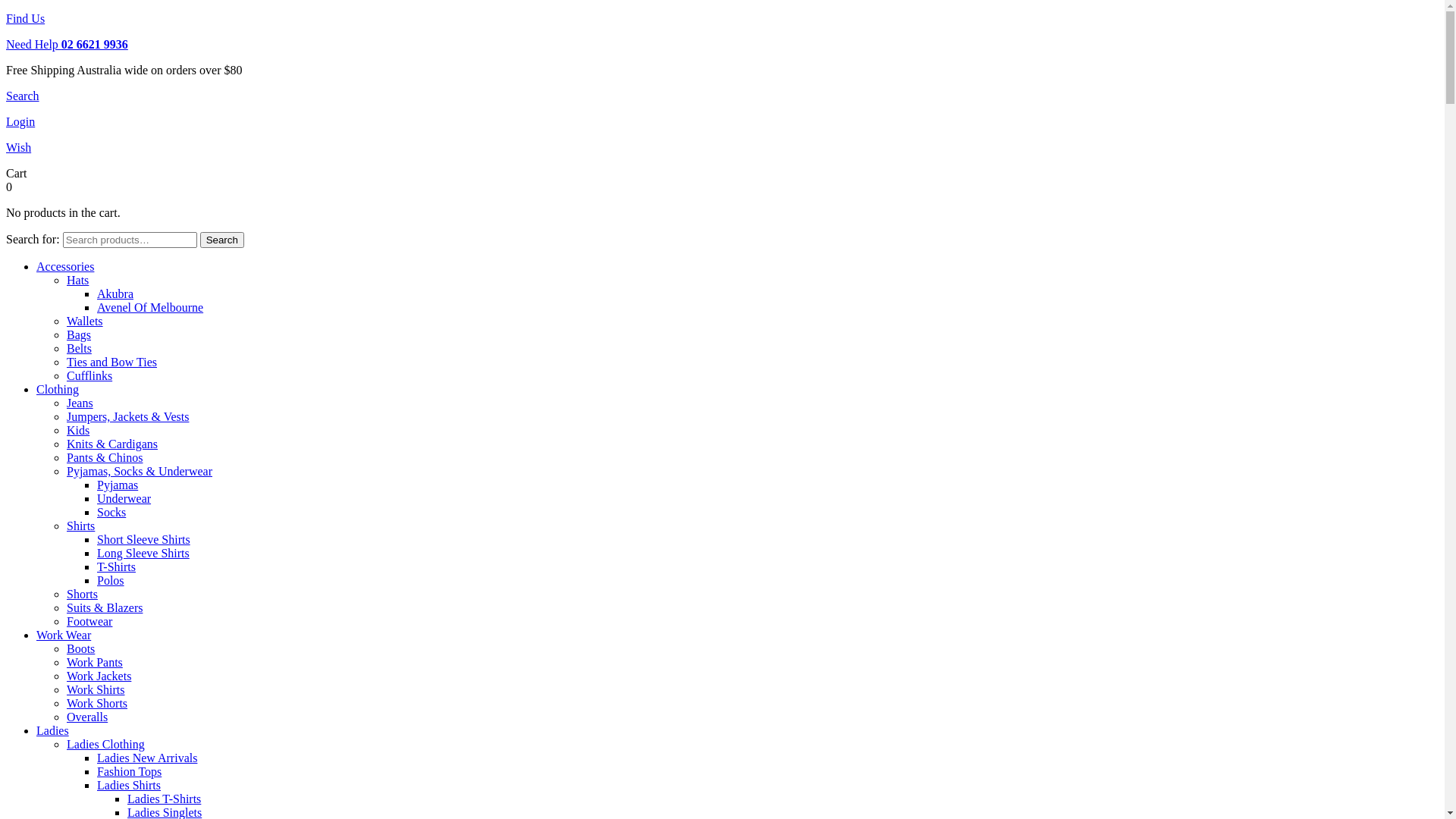 This screenshot has height=819, width=1456. What do you see at coordinates (6, 43) in the screenshot?
I see `'Need Help 02 6621 9936'` at bounding box center [6, 43].